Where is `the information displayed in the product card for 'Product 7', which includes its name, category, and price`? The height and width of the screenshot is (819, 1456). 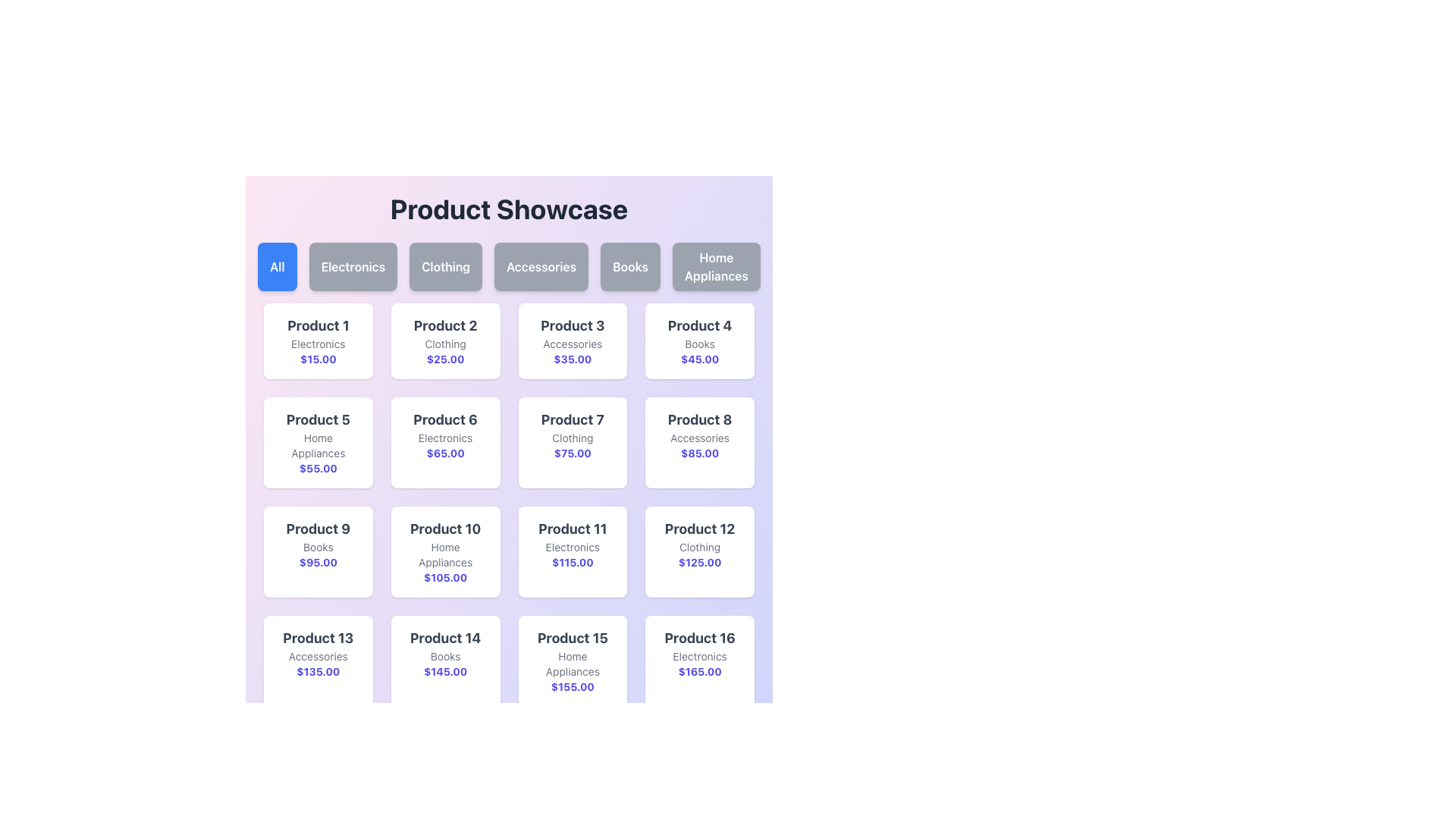 the information displayed in the product card for 'Product 7', which includes its name, category, and price is located at coordinates (572, 442).